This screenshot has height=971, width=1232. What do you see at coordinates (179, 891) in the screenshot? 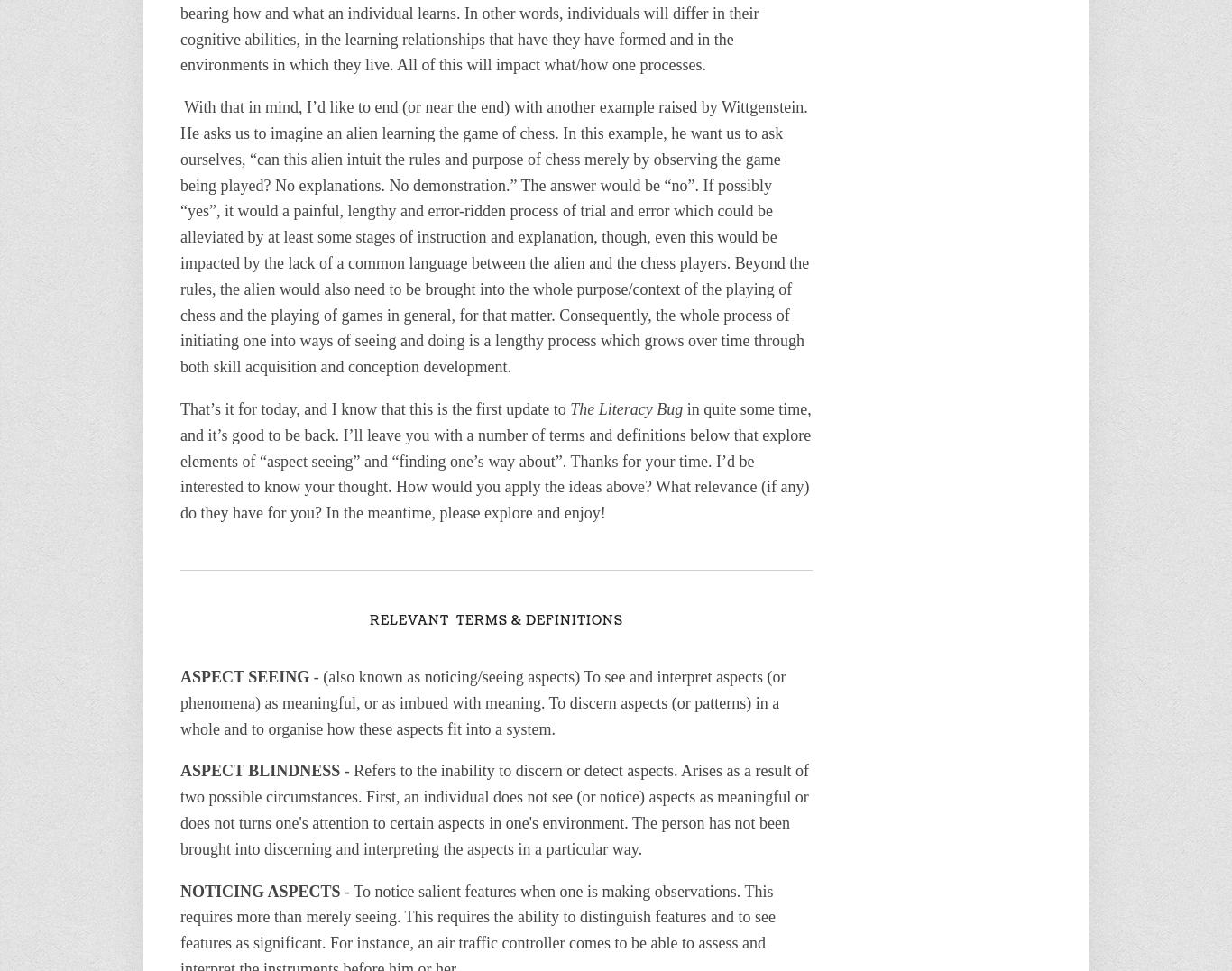
I see `'NOTICING ASPECTS'` at bounding box center [179, 891].